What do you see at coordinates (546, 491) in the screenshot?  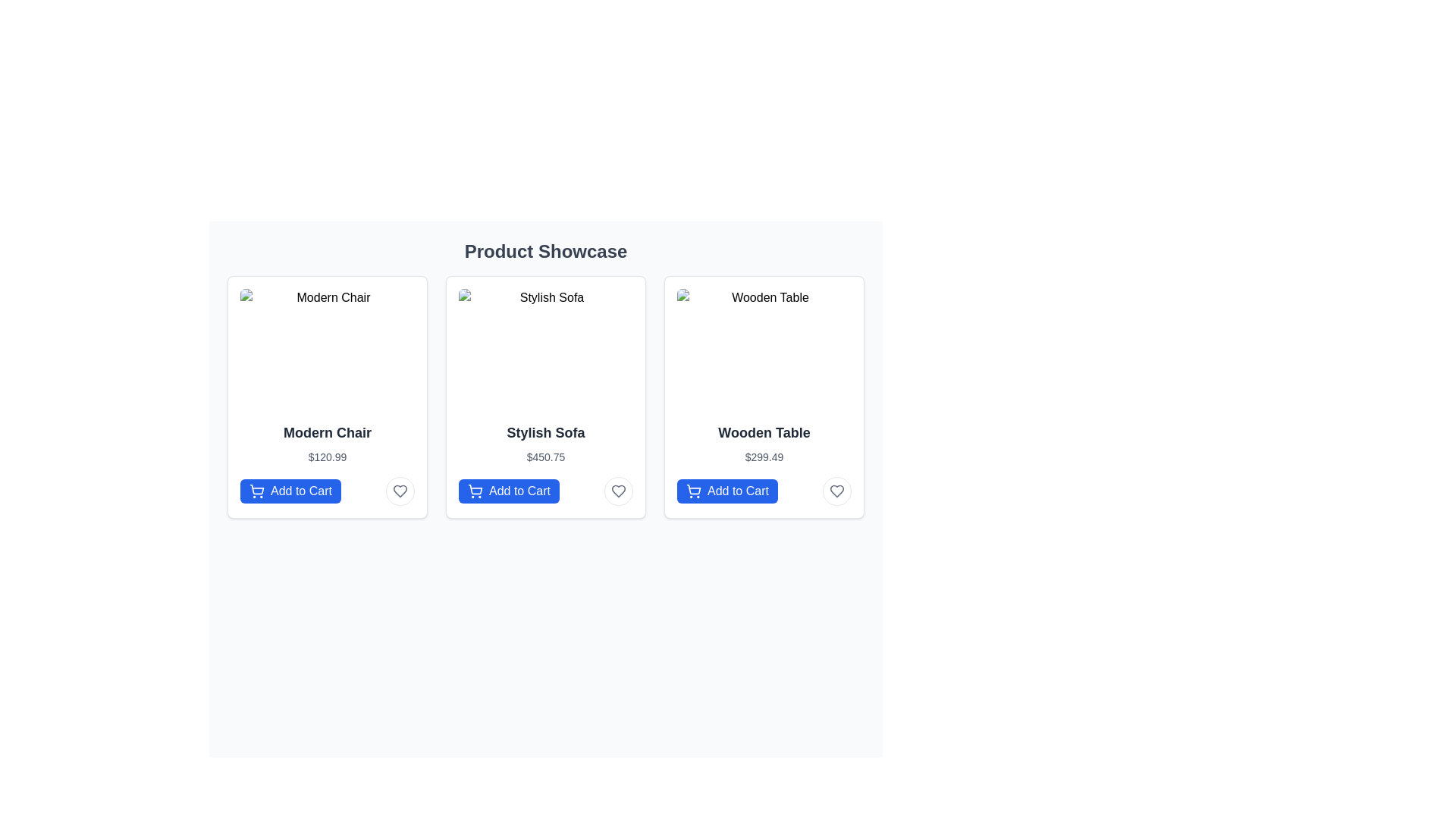 I see `the blue 'Add to Cart' button with a shopping cart icon located at the bottom center of the product card for 'Stylish Sofa'` at bounding box center [546, 491].